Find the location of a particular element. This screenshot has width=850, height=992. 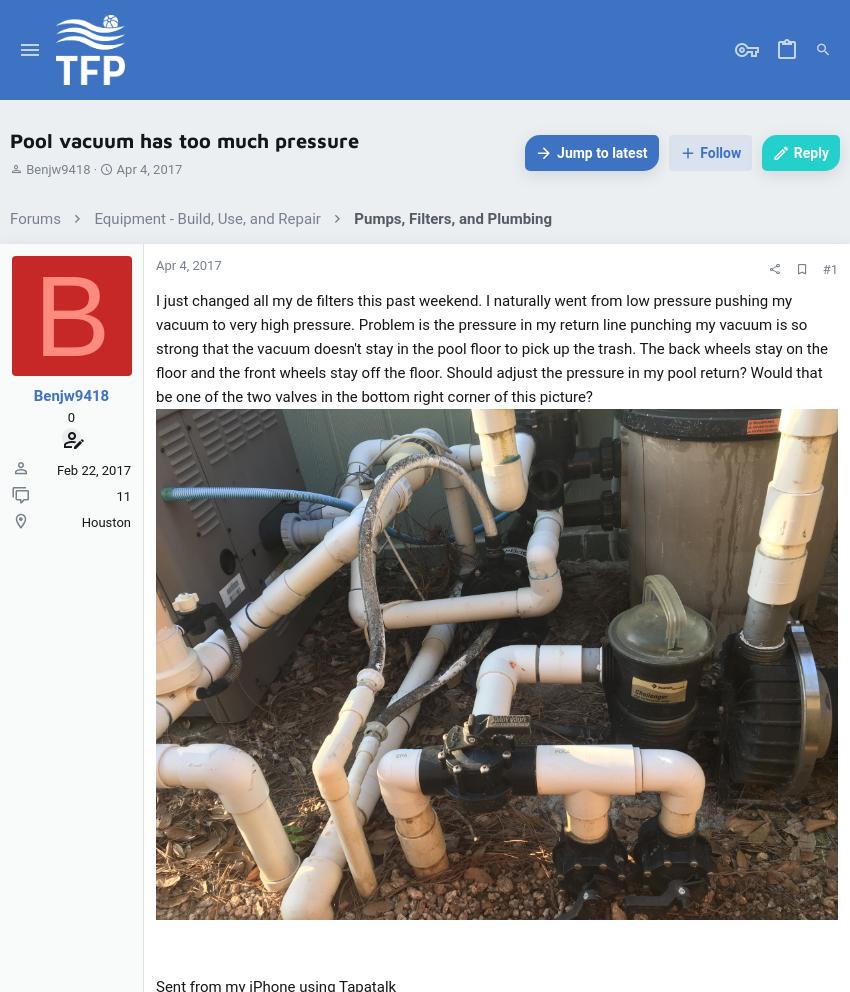

'11' is located at coordinates (115, 496).